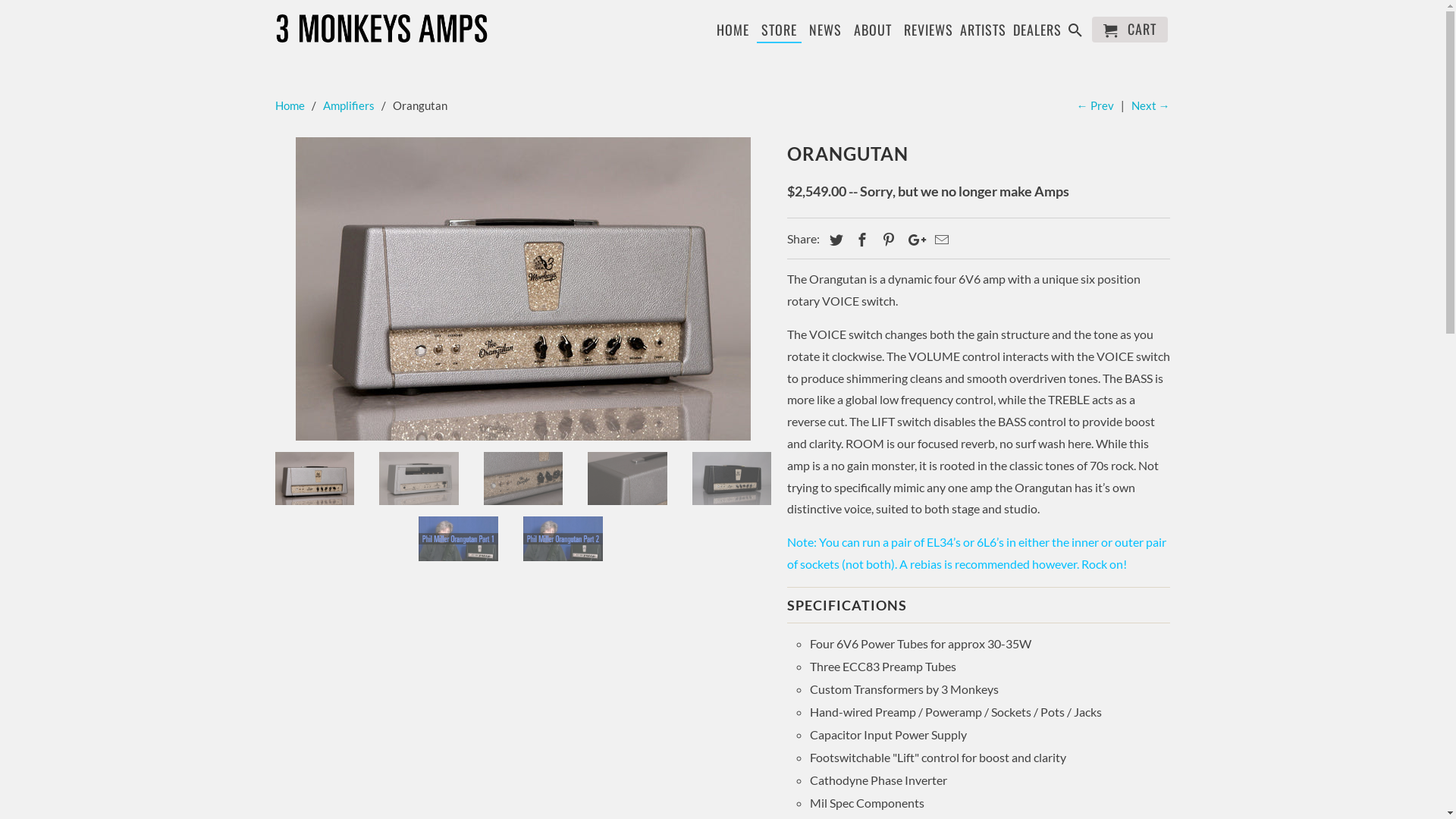 The width and height of the screenshot is (1456, 819). I want to click on 'REVIEWS', so click(927, 32).